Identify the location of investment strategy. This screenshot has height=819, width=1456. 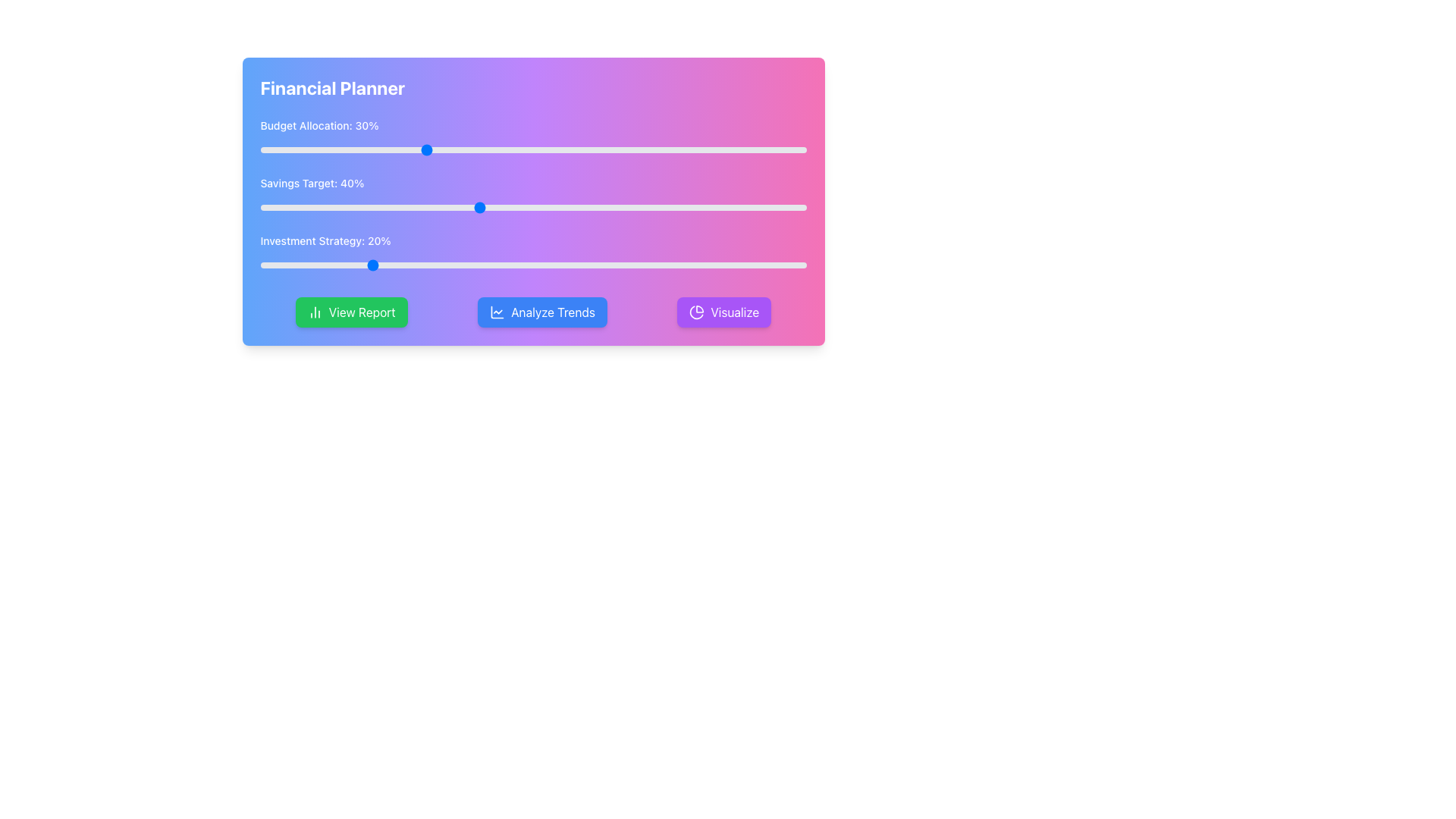
(407, 265).